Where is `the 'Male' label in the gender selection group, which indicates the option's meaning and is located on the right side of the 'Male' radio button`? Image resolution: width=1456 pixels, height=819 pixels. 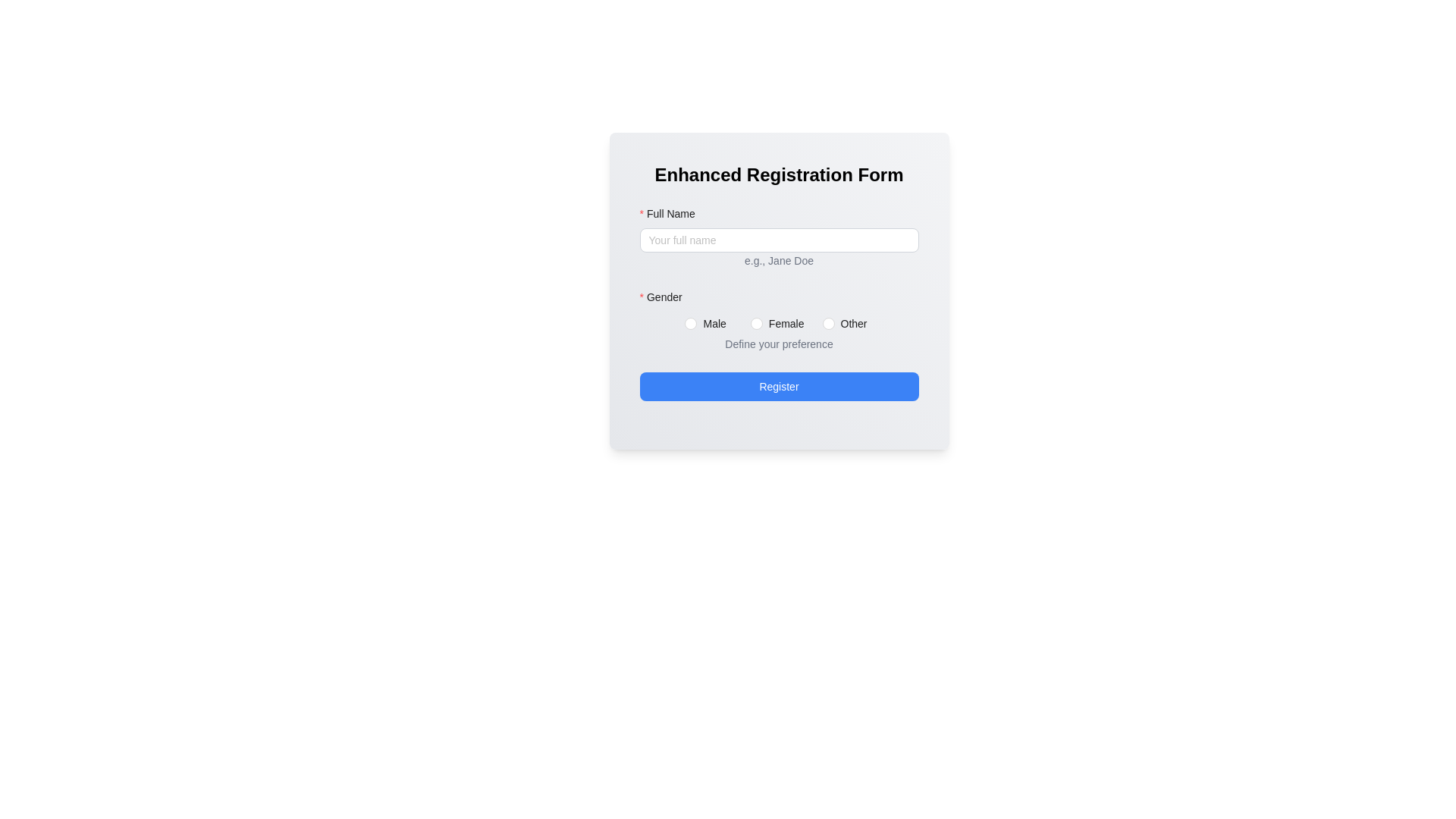
the 'Male' label in the gender selection group, which indicates the option's meaning and is located on the right side of the 'Male' radio button is located at coordinates (714, 323).